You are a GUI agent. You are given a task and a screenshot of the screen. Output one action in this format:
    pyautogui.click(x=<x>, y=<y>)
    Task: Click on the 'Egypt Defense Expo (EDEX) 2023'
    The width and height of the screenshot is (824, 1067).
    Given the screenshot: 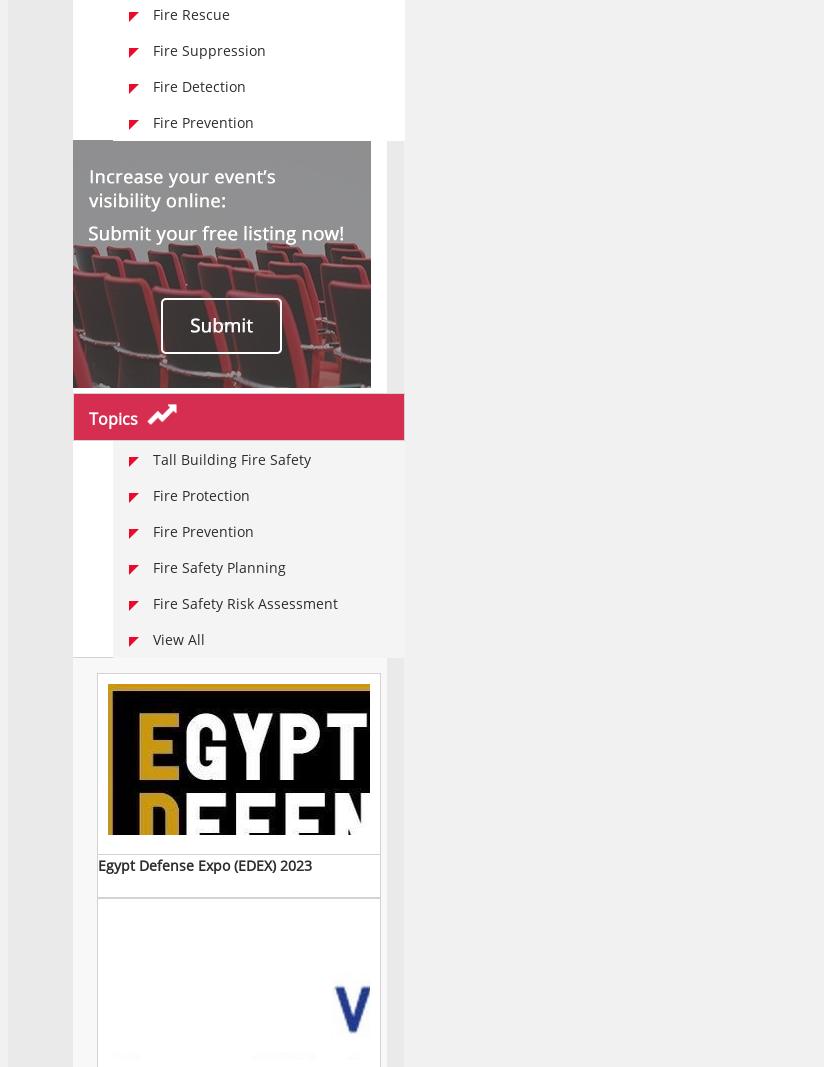 What is the action you would take?
    pyautogui.click(x=96, y=864)
    